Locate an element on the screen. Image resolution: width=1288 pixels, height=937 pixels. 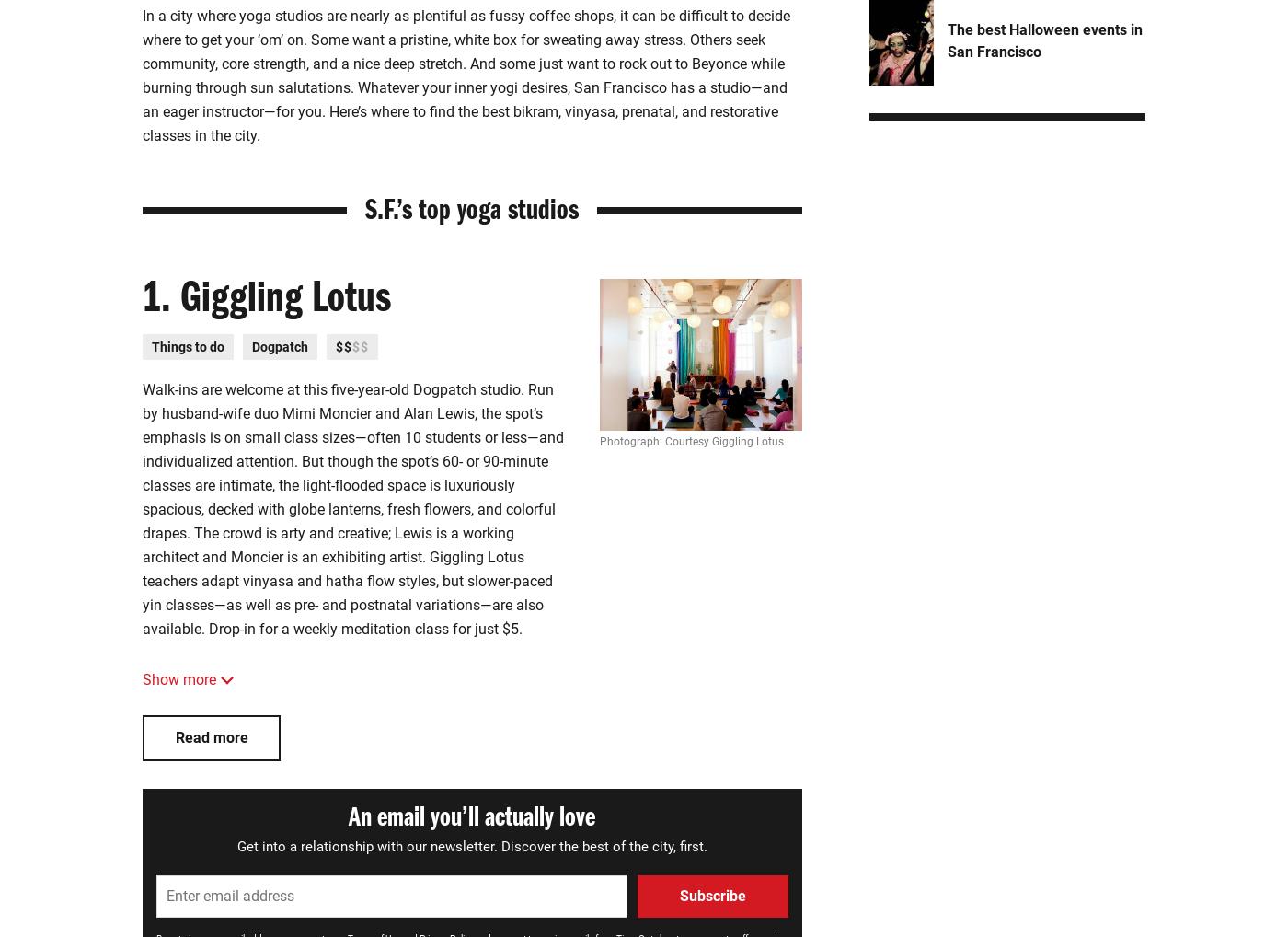
'Photograph: Courtesy Giggling Lotus' is located at coordinates (690, 441).